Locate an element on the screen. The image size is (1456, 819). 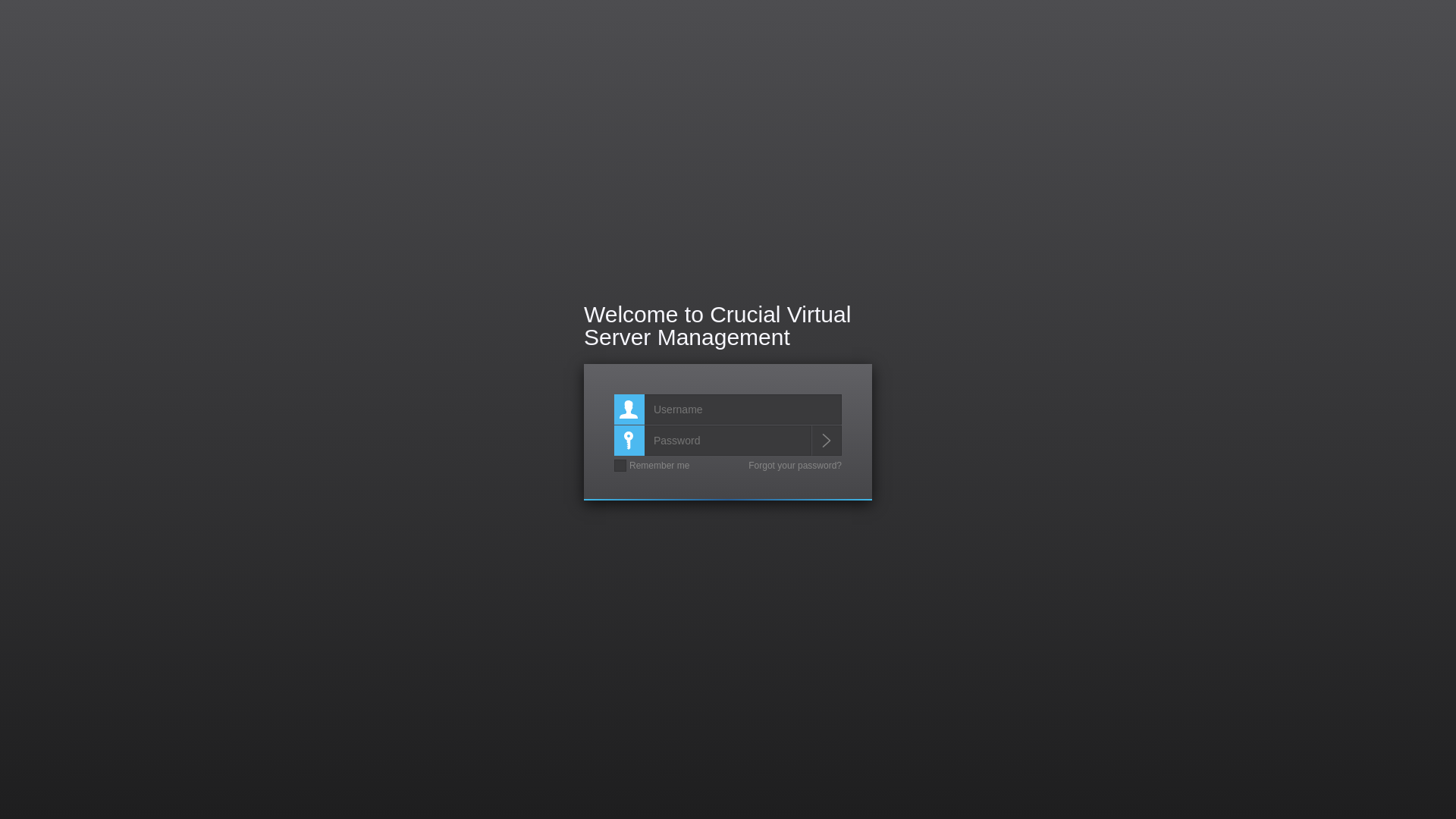
'Log In' is located at coordinates (825, 441).